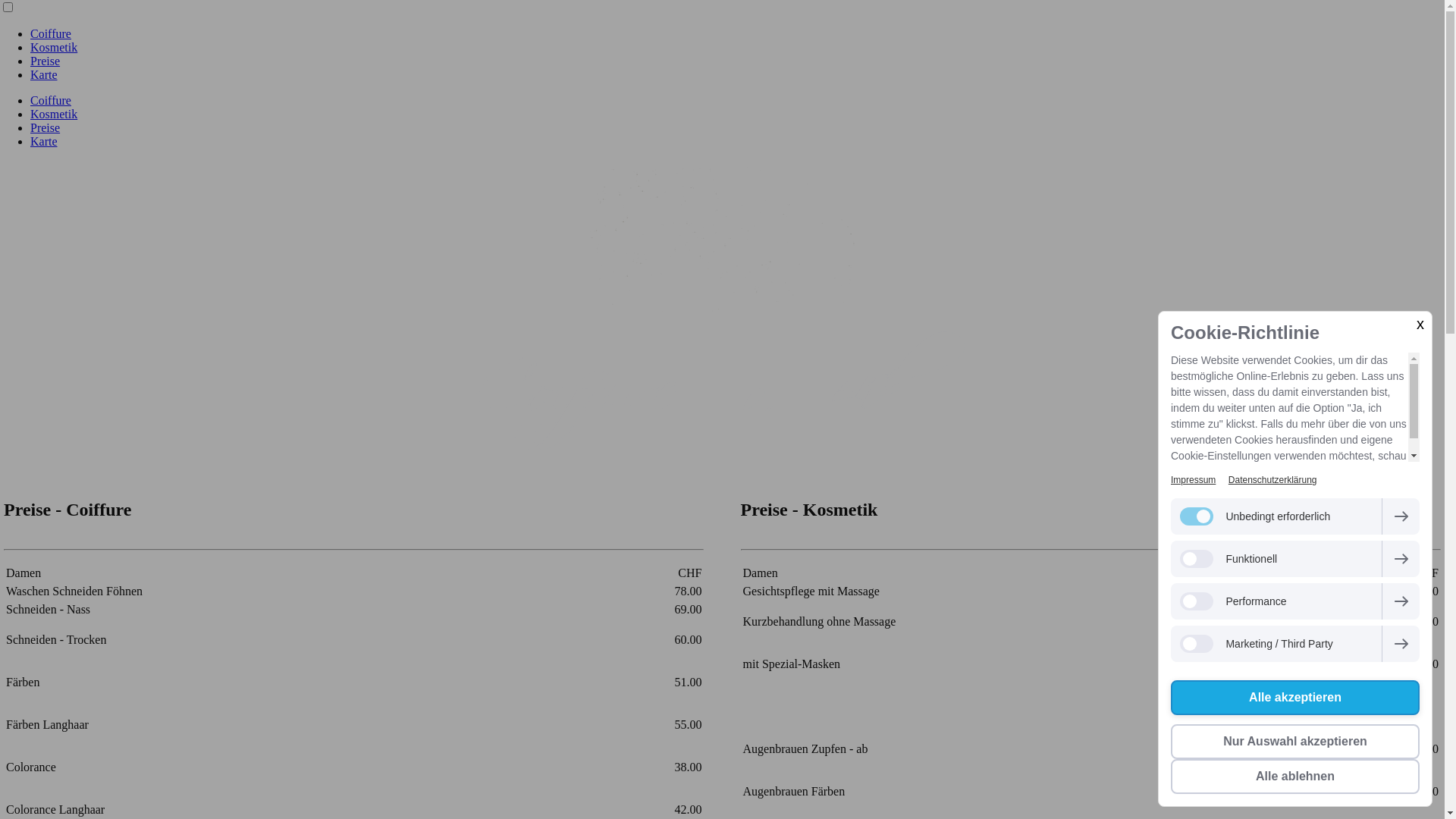  What do you see at coordinates (43, 141) in the screenshot?
I see `'Karte'` at bounding box center [43, 141].